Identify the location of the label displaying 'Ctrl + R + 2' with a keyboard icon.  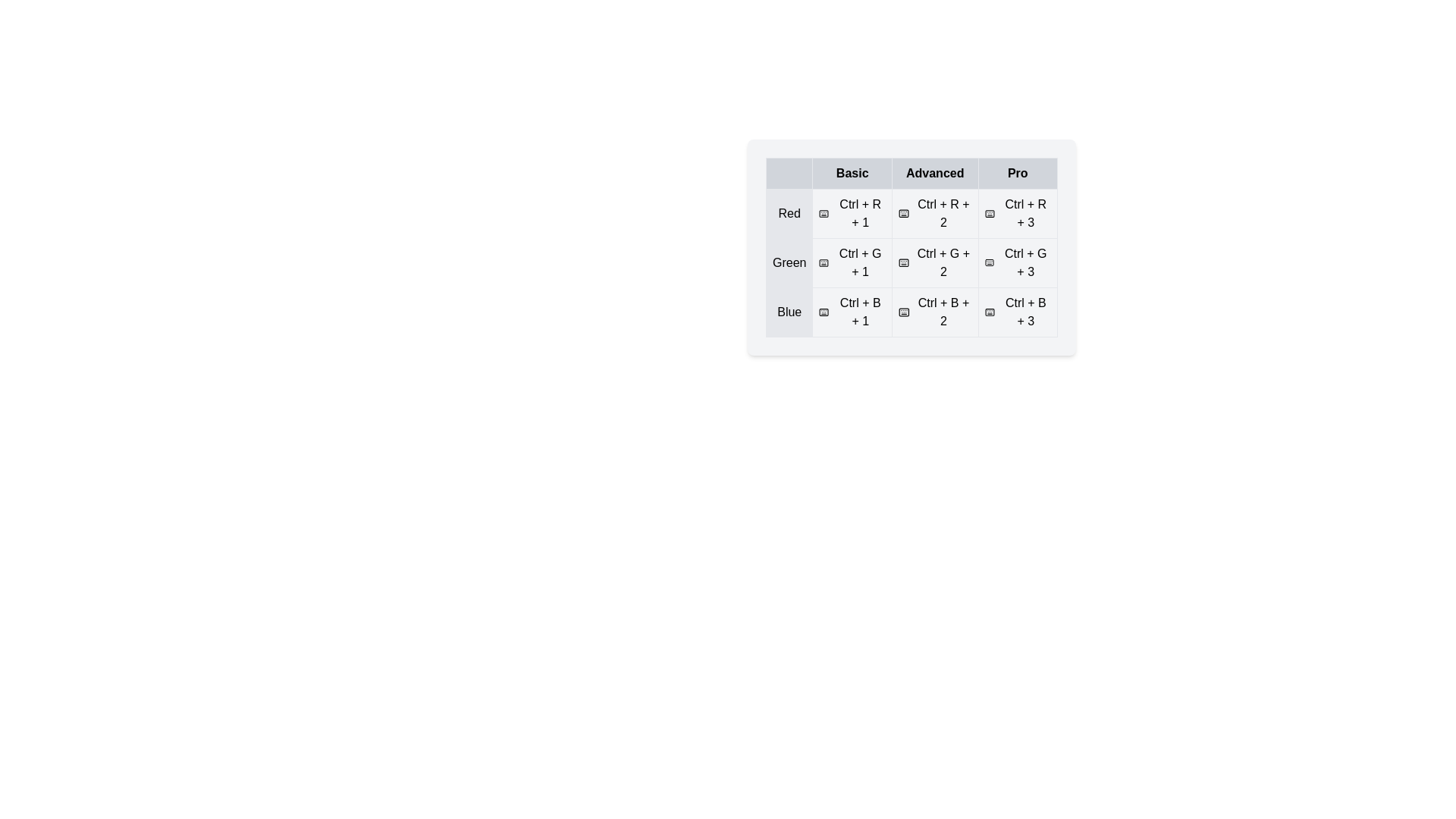
(934, 213).